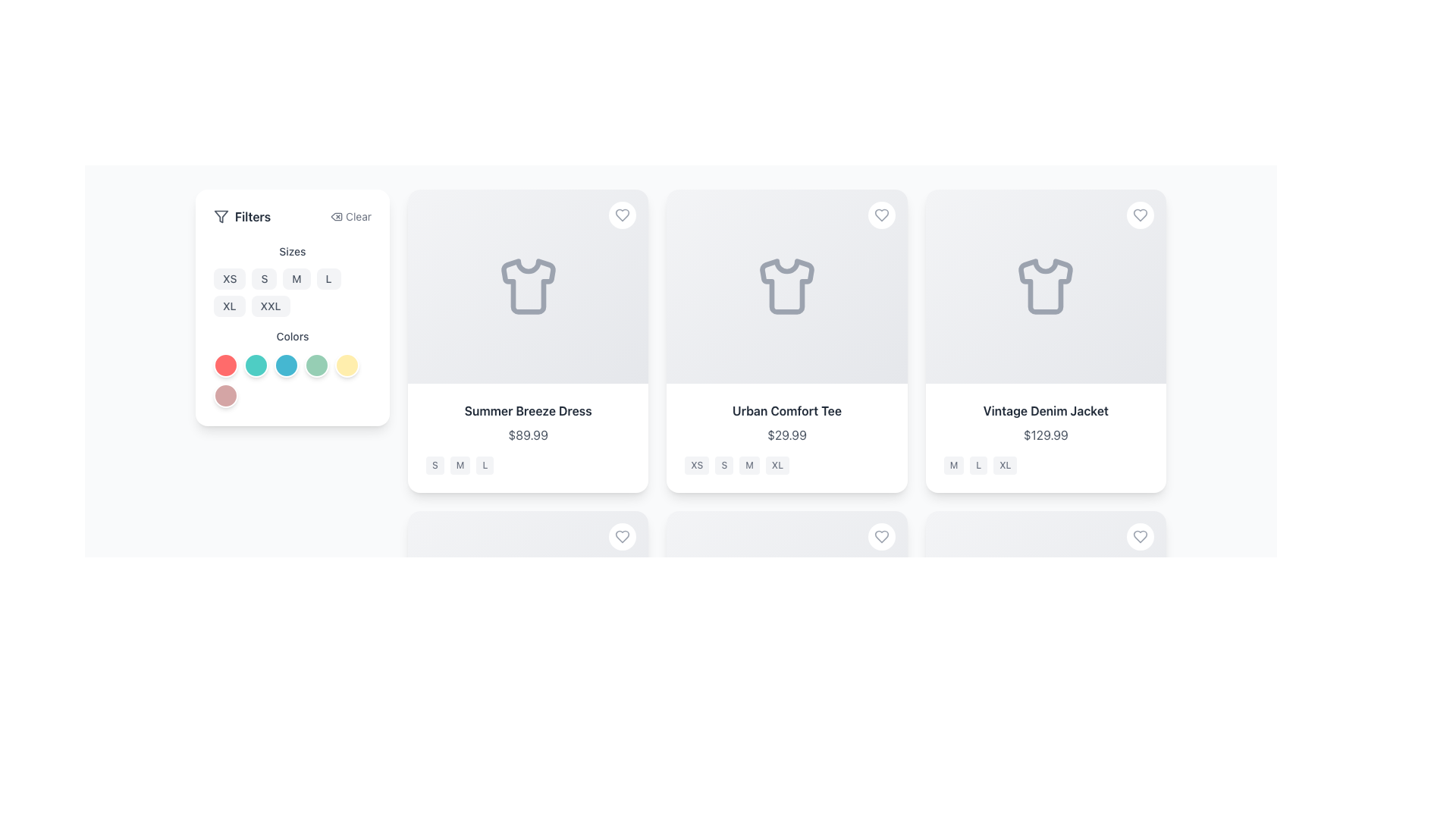  I want to click on the size selection button labeled 'L' located below the title 'Summer Breeze Dress' and its price '$89.99', so click(484, 464).